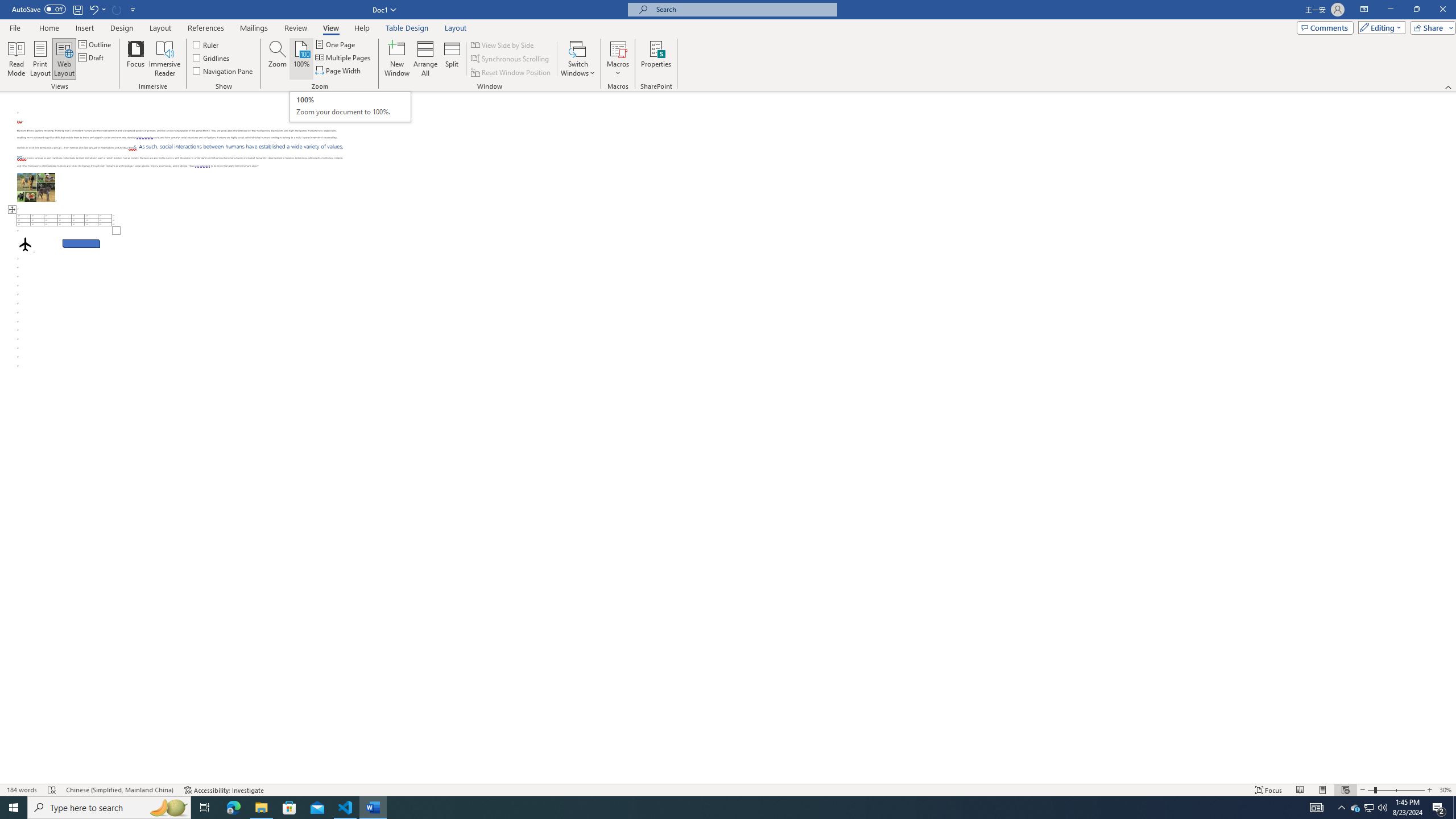 The height and width of the screenshot is (819, 1456). I want to click on 'Ruler', so click(206, 44).